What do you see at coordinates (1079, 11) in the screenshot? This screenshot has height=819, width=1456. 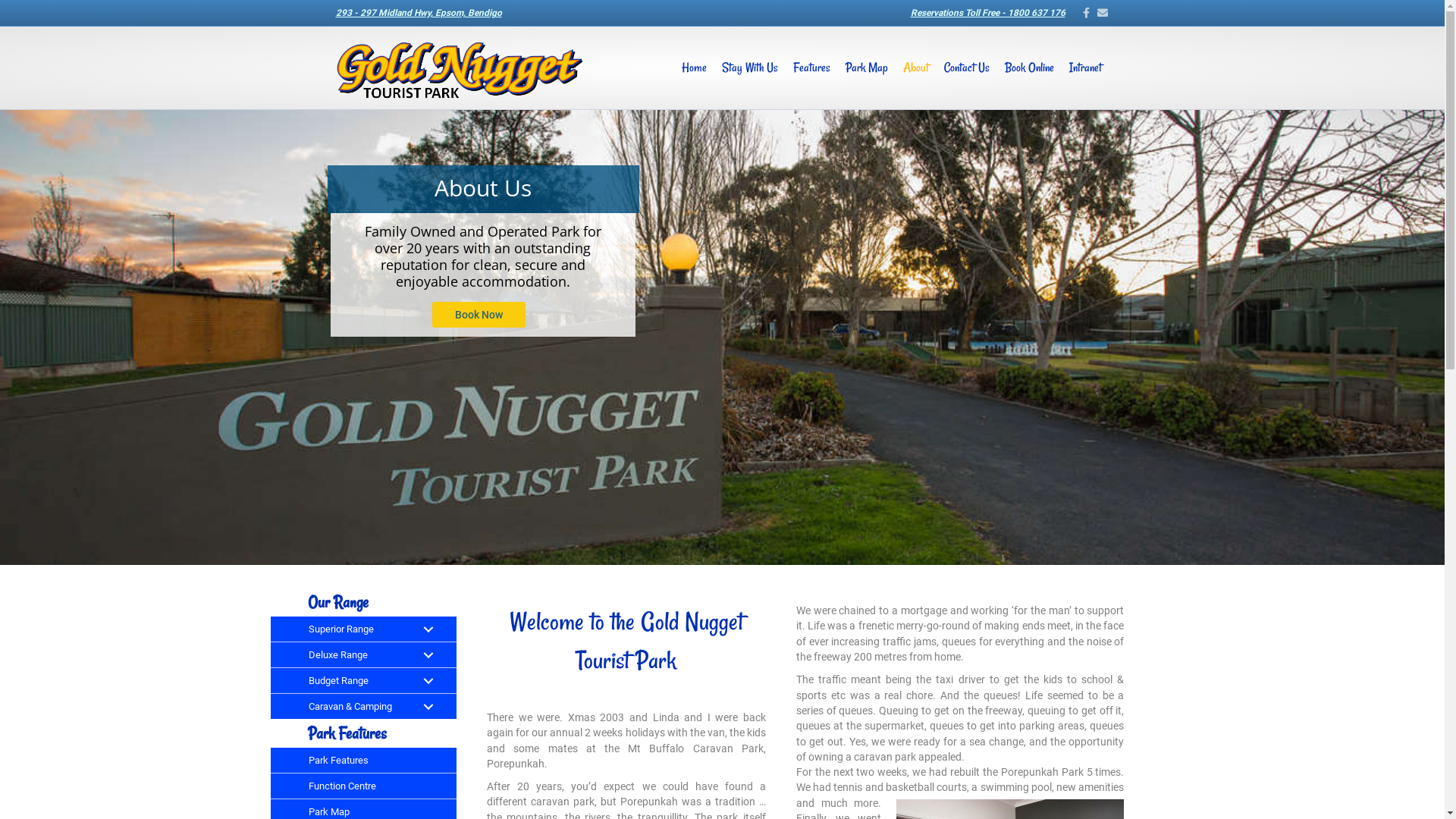 I see `'Facebook'` at bounding box center [1079, 11].